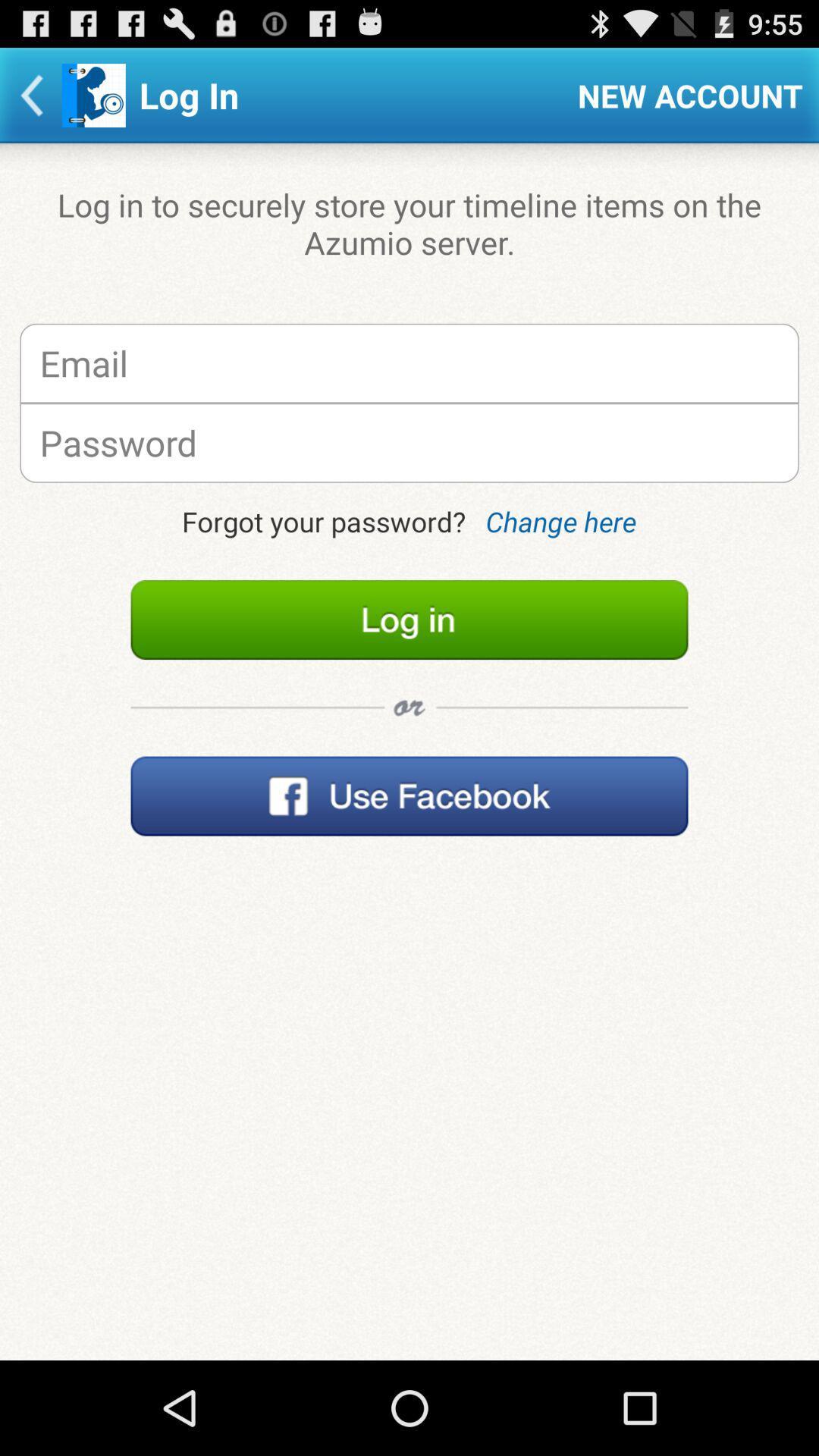  Describe the element at coordinates (560, 521) in the screenshot. I see `the app to the right of the forgot your password? app` at that location.